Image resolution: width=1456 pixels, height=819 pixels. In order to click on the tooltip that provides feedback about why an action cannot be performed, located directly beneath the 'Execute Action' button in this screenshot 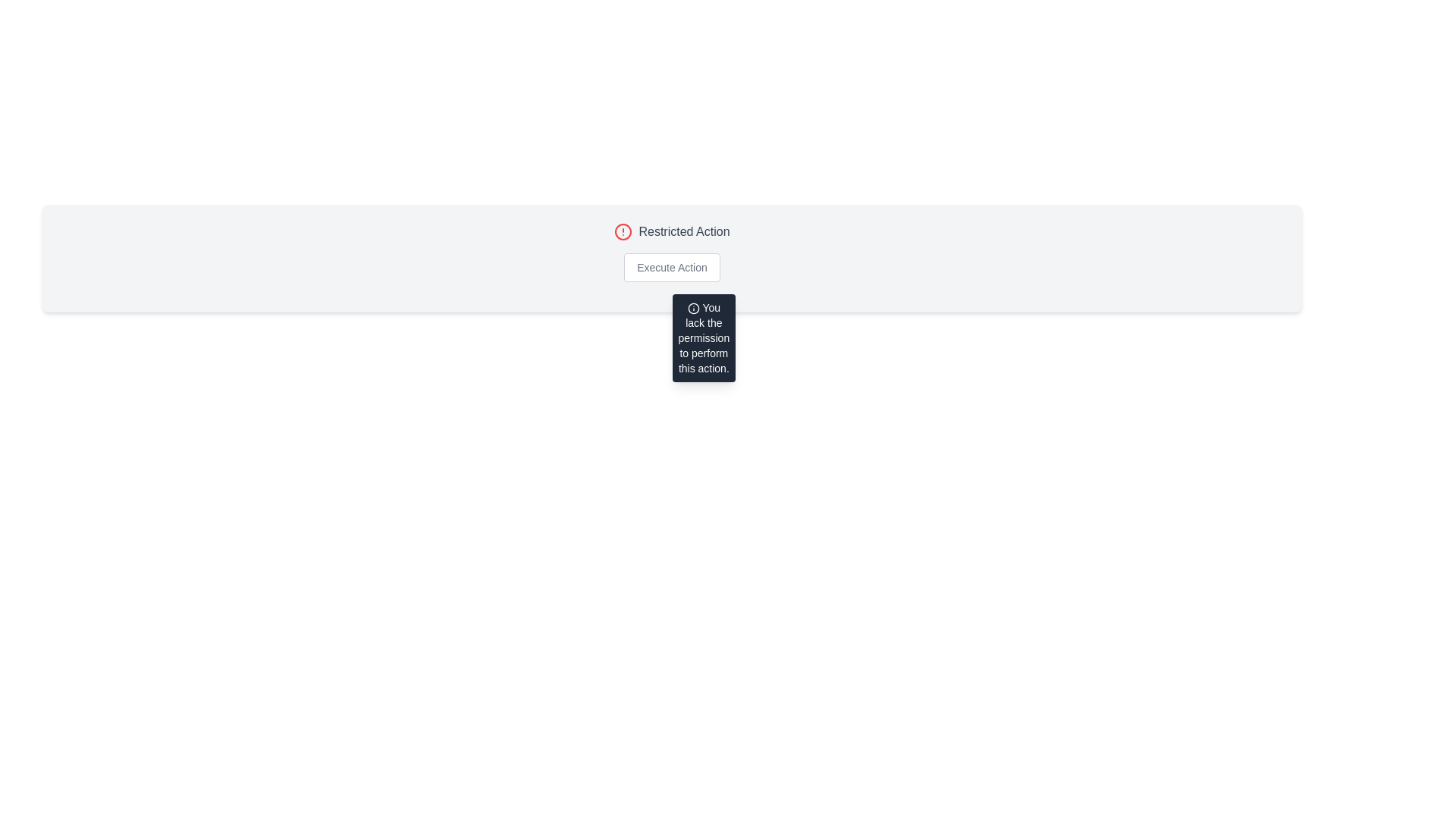, I will do `click(703, 337)`.